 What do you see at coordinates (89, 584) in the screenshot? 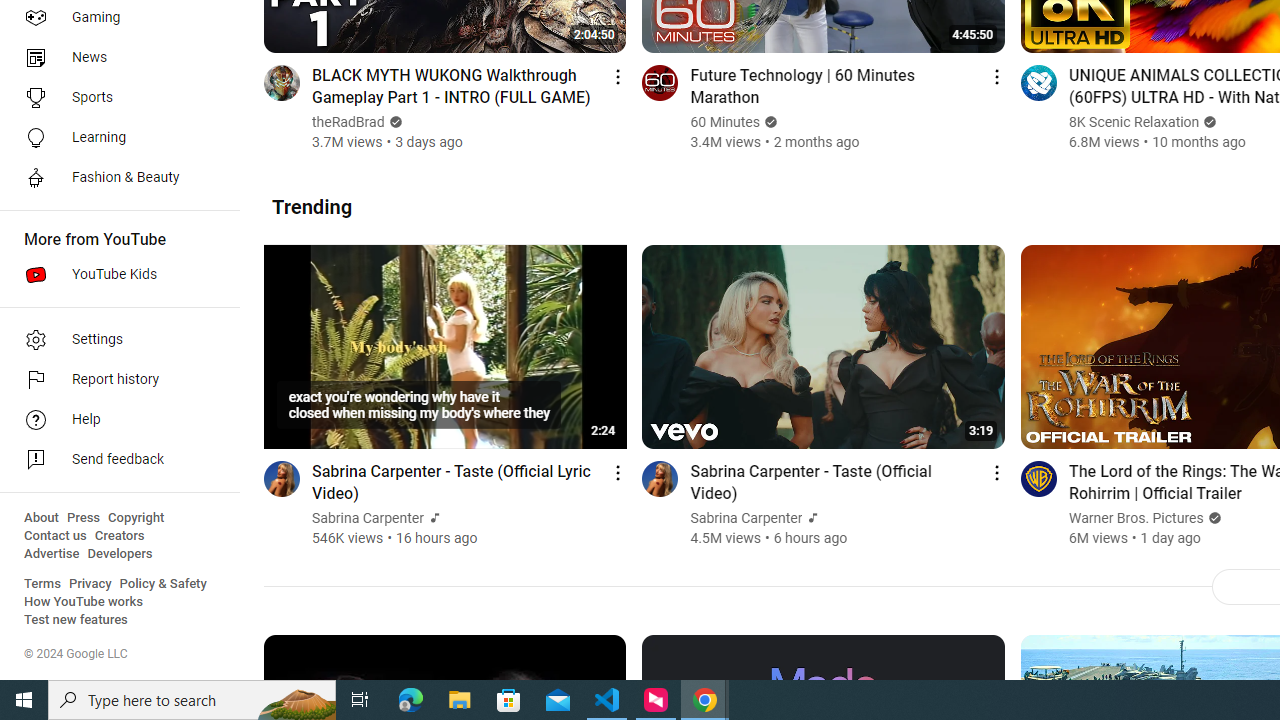
I see `'Privacy'` at bounding box center [89, 584].